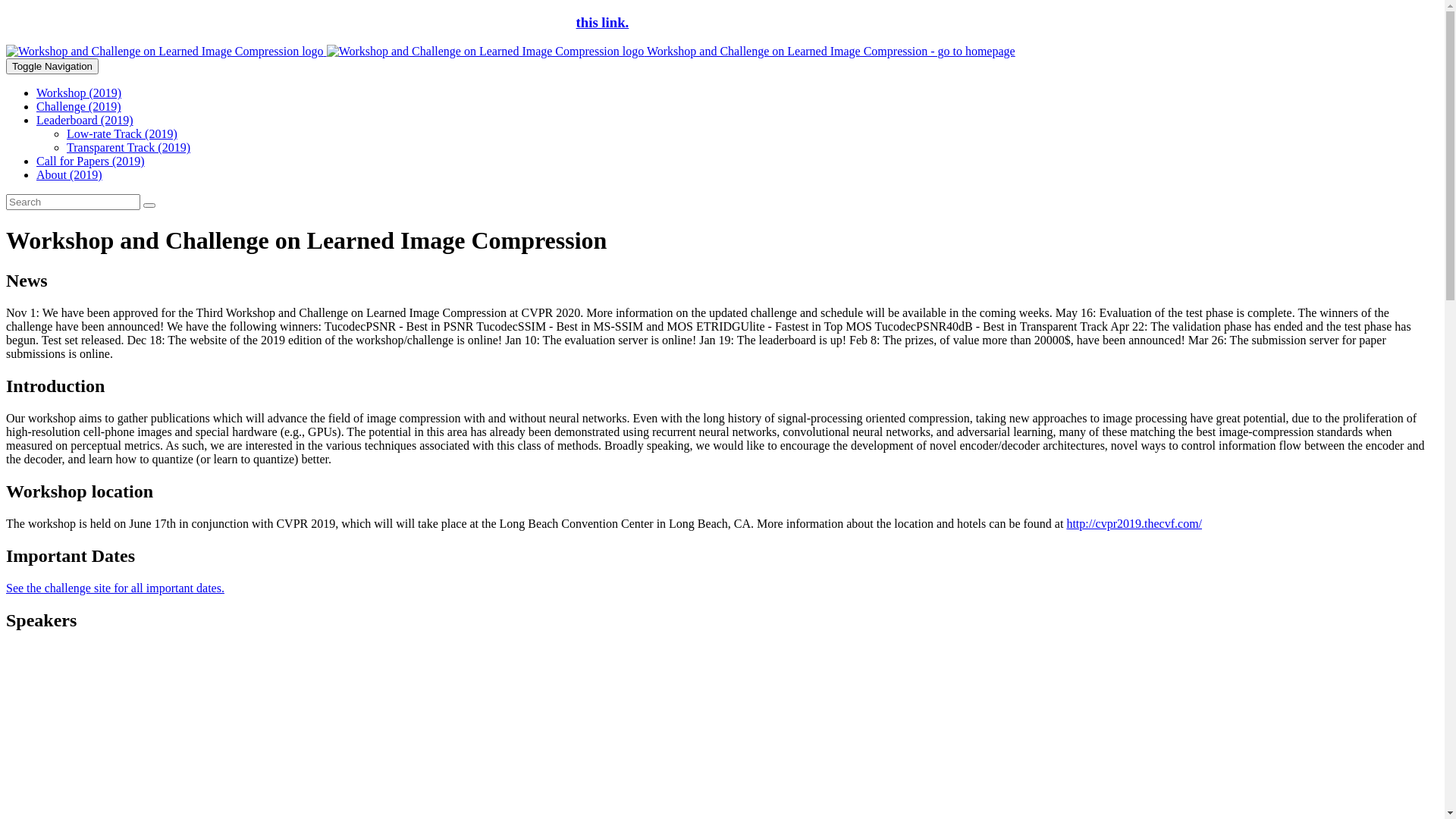  I want to click on 'http://cvpr2019.thecvf.com/', so click(1134, 522).